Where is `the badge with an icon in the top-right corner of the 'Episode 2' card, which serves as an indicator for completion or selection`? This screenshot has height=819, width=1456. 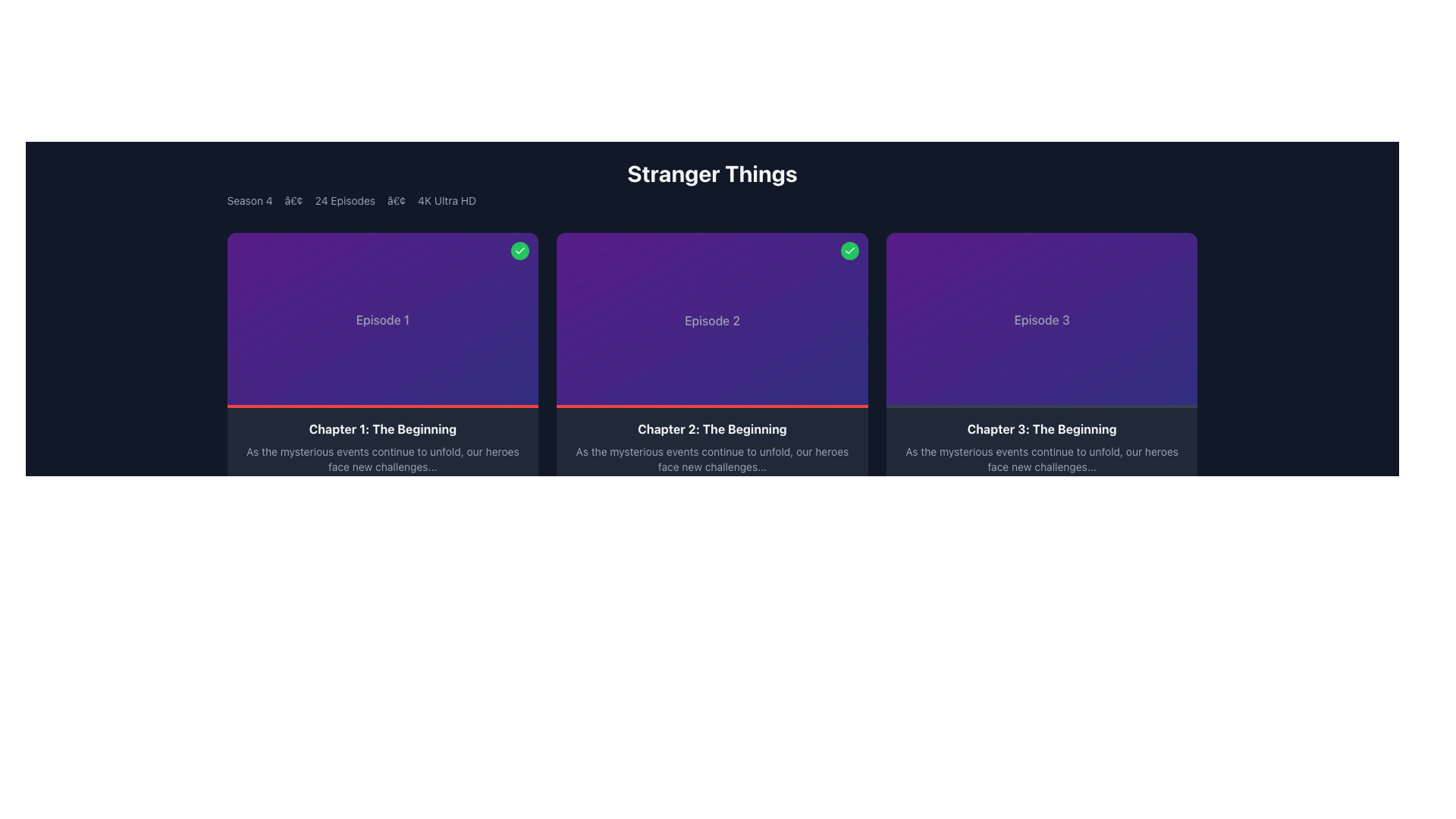
the badge with an icon in the top-right corner of the 'Episode 2' card, which serves as an indicator for completion or selection is located at coordinates (849, 250).